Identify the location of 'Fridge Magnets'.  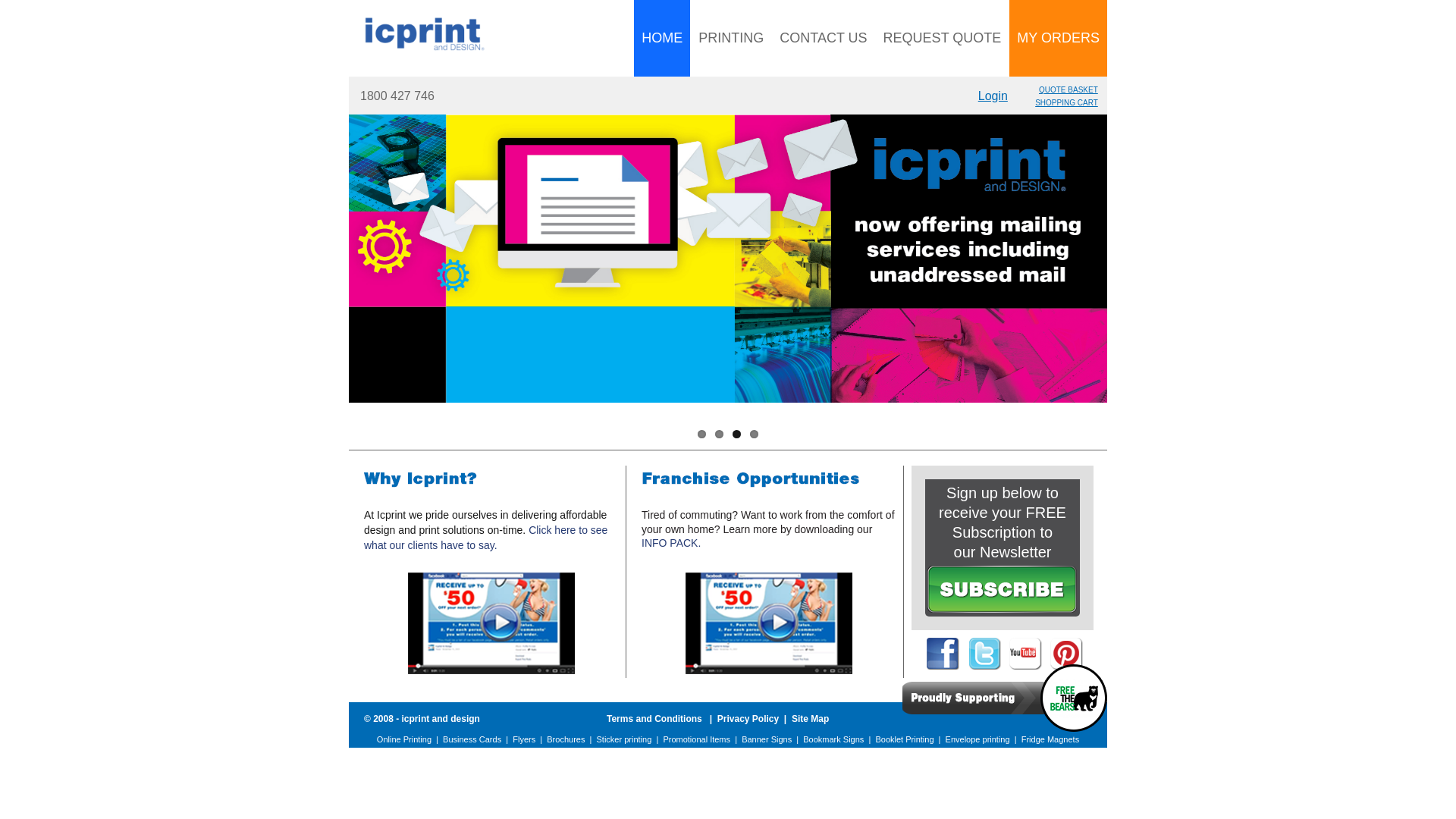
(1050, 739).